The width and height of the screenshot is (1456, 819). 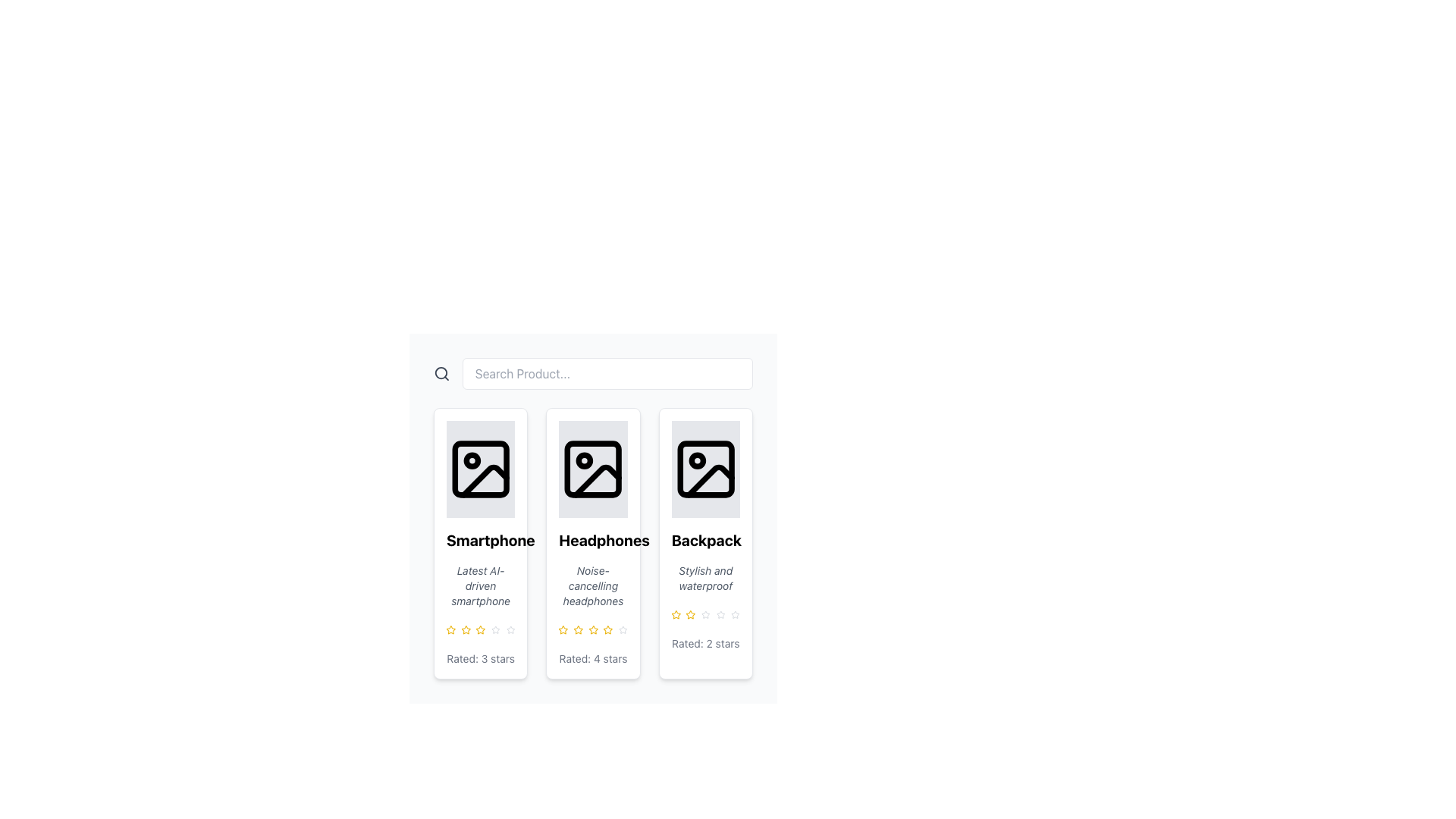 What do you see at coordinates (704, 579) in the screenshot?
I see `the text element styled in gray, italic font that describes the product feature 'Stylish and waterproof', located in the third product card under the title 'Backpack'` at bounding box center [704, 579].